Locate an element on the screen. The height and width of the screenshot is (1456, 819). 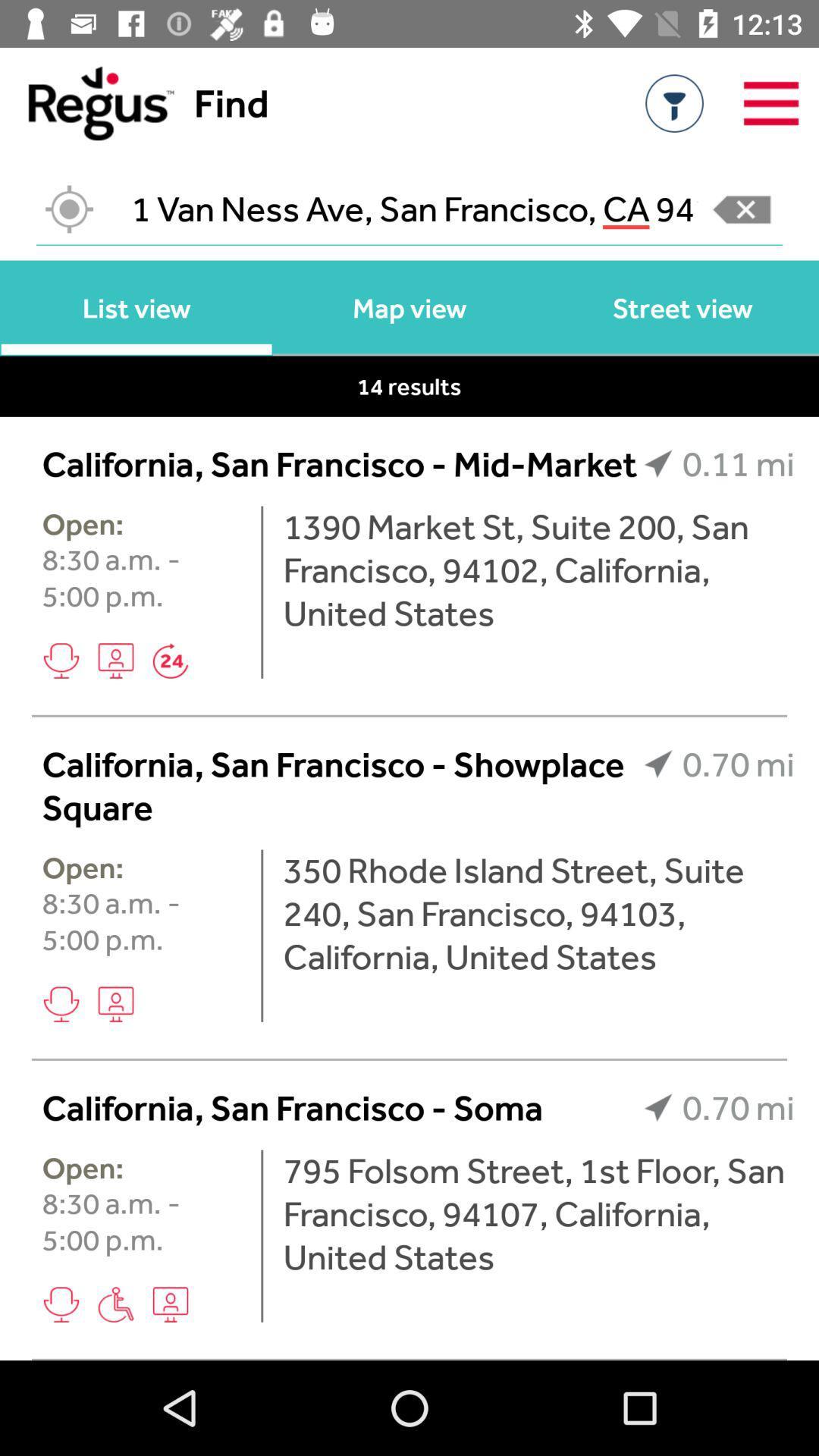
1 van ness is located at coordinates (409, 209).